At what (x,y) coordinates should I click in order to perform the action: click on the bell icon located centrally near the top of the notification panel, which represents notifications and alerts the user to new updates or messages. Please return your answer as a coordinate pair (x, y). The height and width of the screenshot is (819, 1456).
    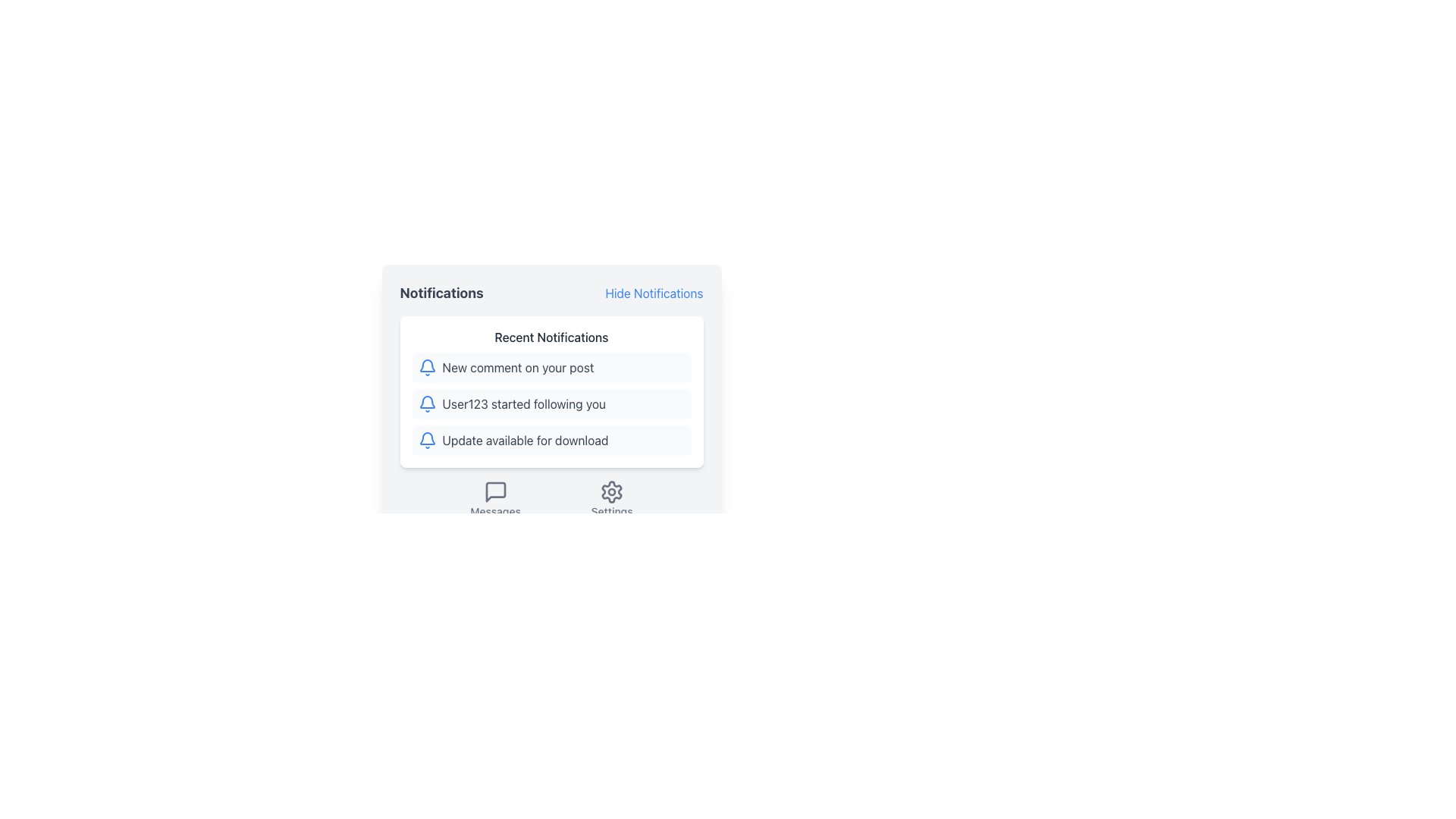
    Looking at the image, I should click on (426, 366).